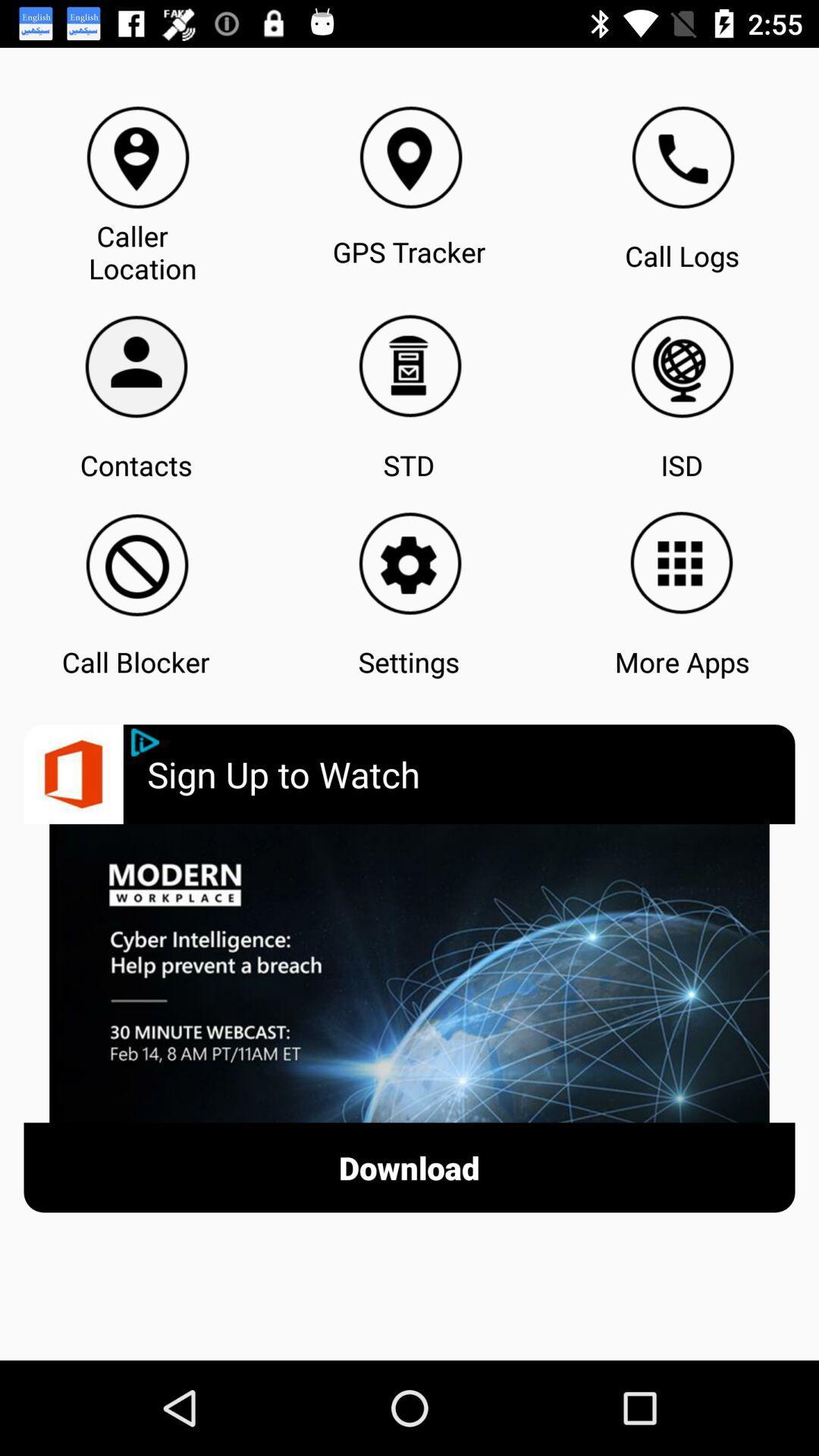 The width and height of the screenshot is (819, 1456). What do you see at coordinates (145, 742) in the screenshot?
I see `share the page` at bounding box center [145, 742].